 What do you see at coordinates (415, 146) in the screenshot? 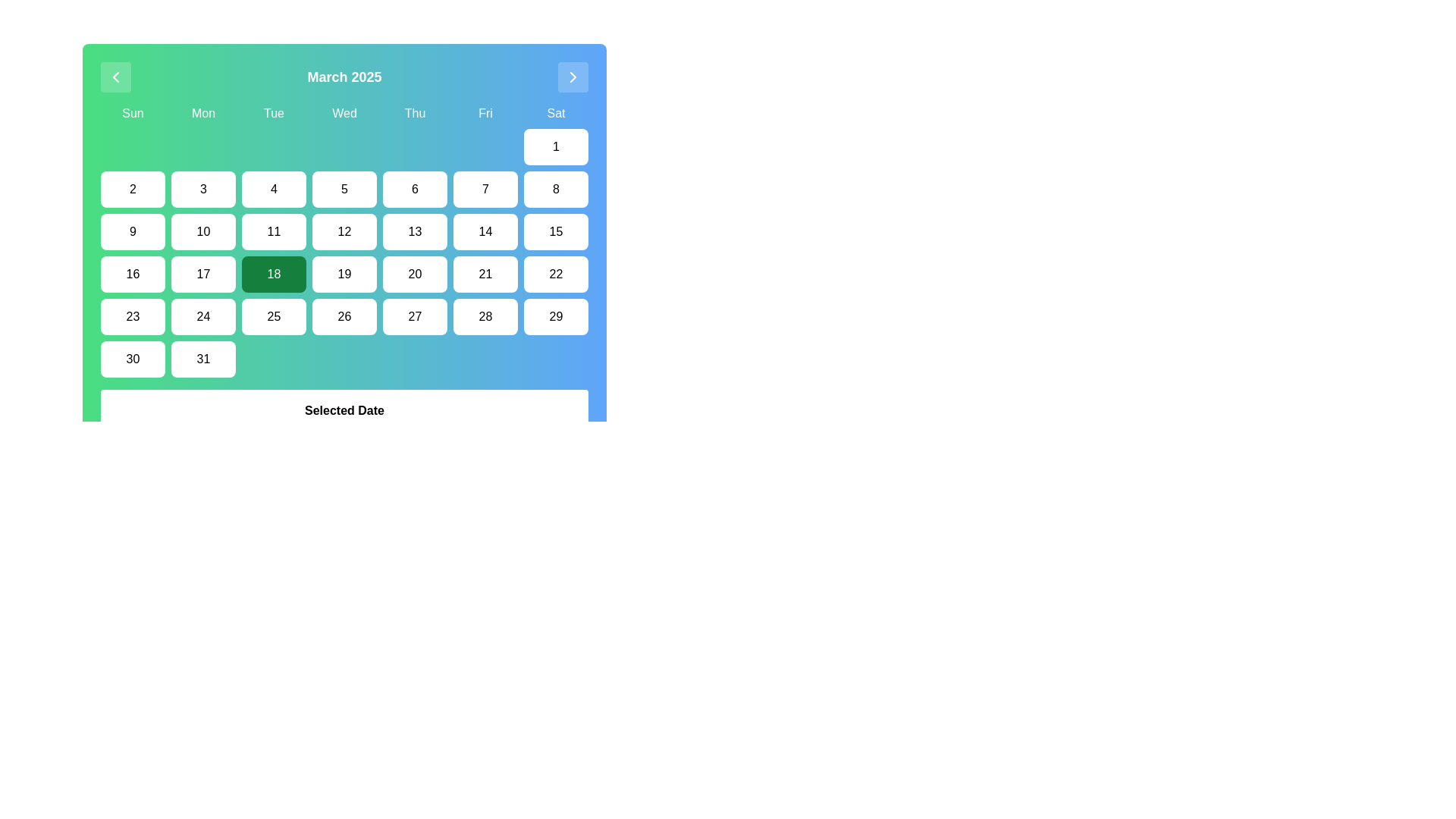
I see `the placeholder status of the grid cell located in the fifth position of the first row under the 'Thu' header` at bounding box center [415, 146].